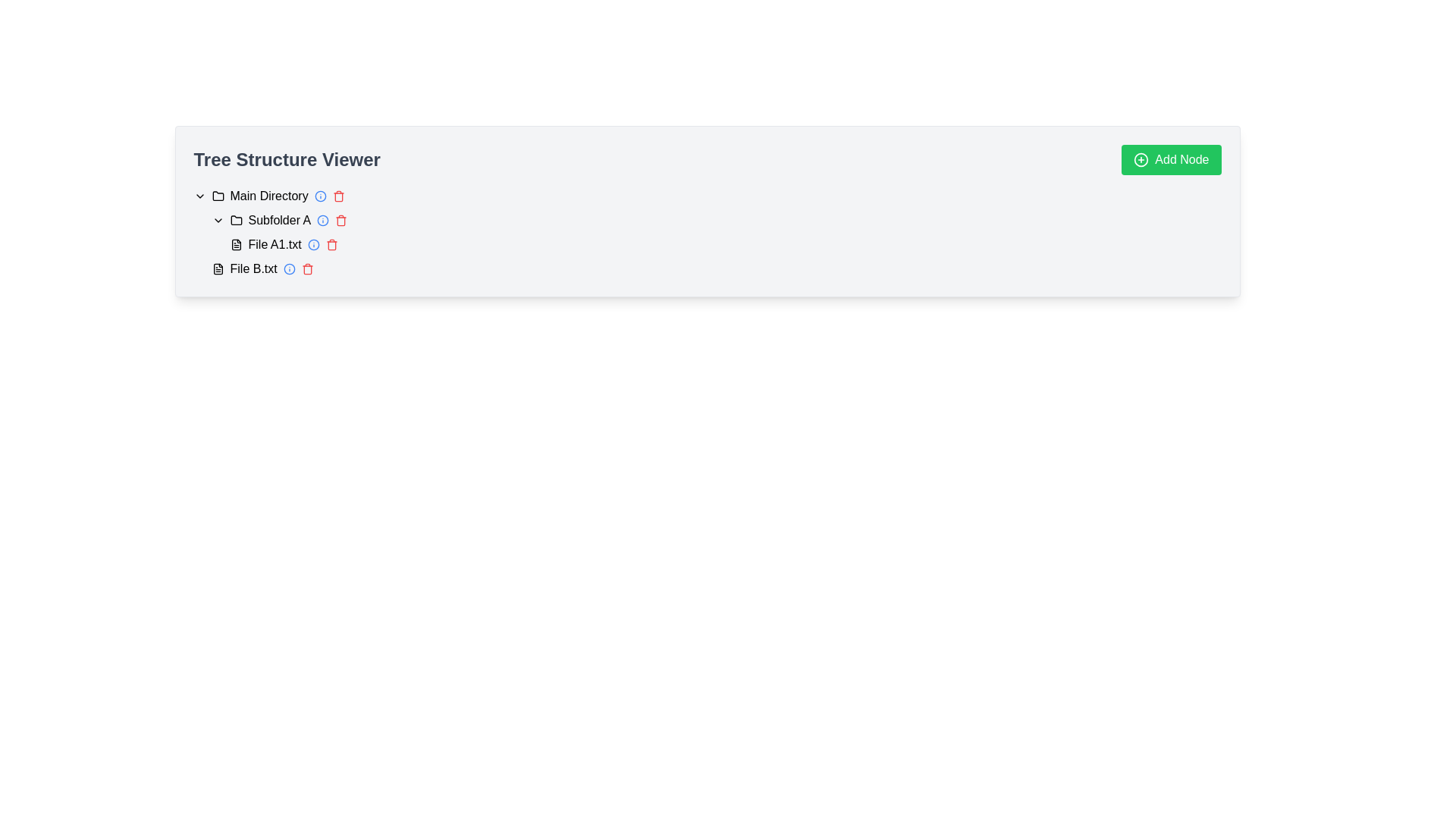 This screenshot has width=1456, height=819. Describe the element at coordinates (269, 195) in the screenshot. I see `title label of the main directory in the hierarchical tree structure viewer, located near the upper-left corner of the interface` at that location.